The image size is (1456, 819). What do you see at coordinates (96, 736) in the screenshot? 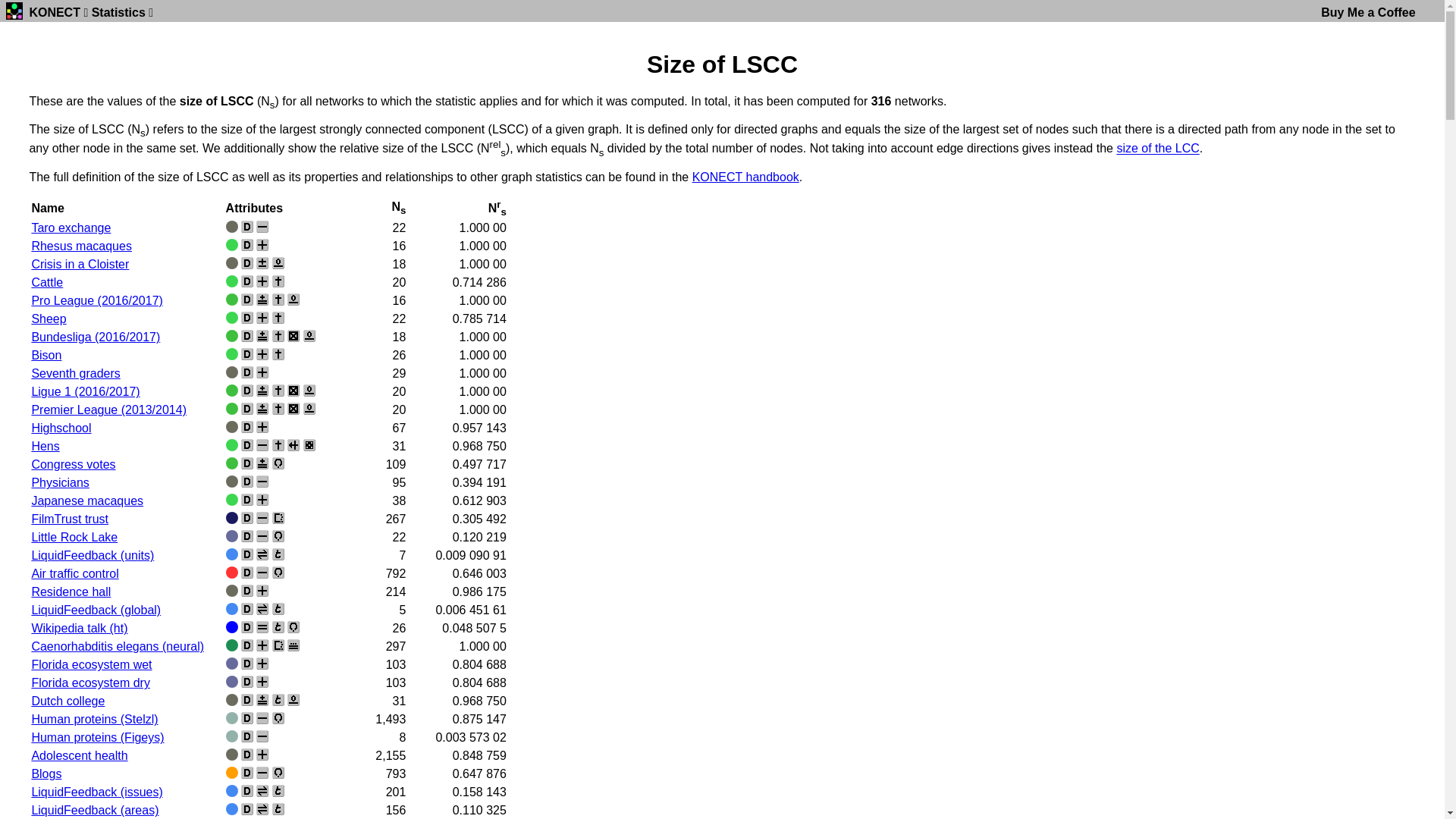
I see `'Human proteins (Figeys)'` at bounding box center [96, 736].